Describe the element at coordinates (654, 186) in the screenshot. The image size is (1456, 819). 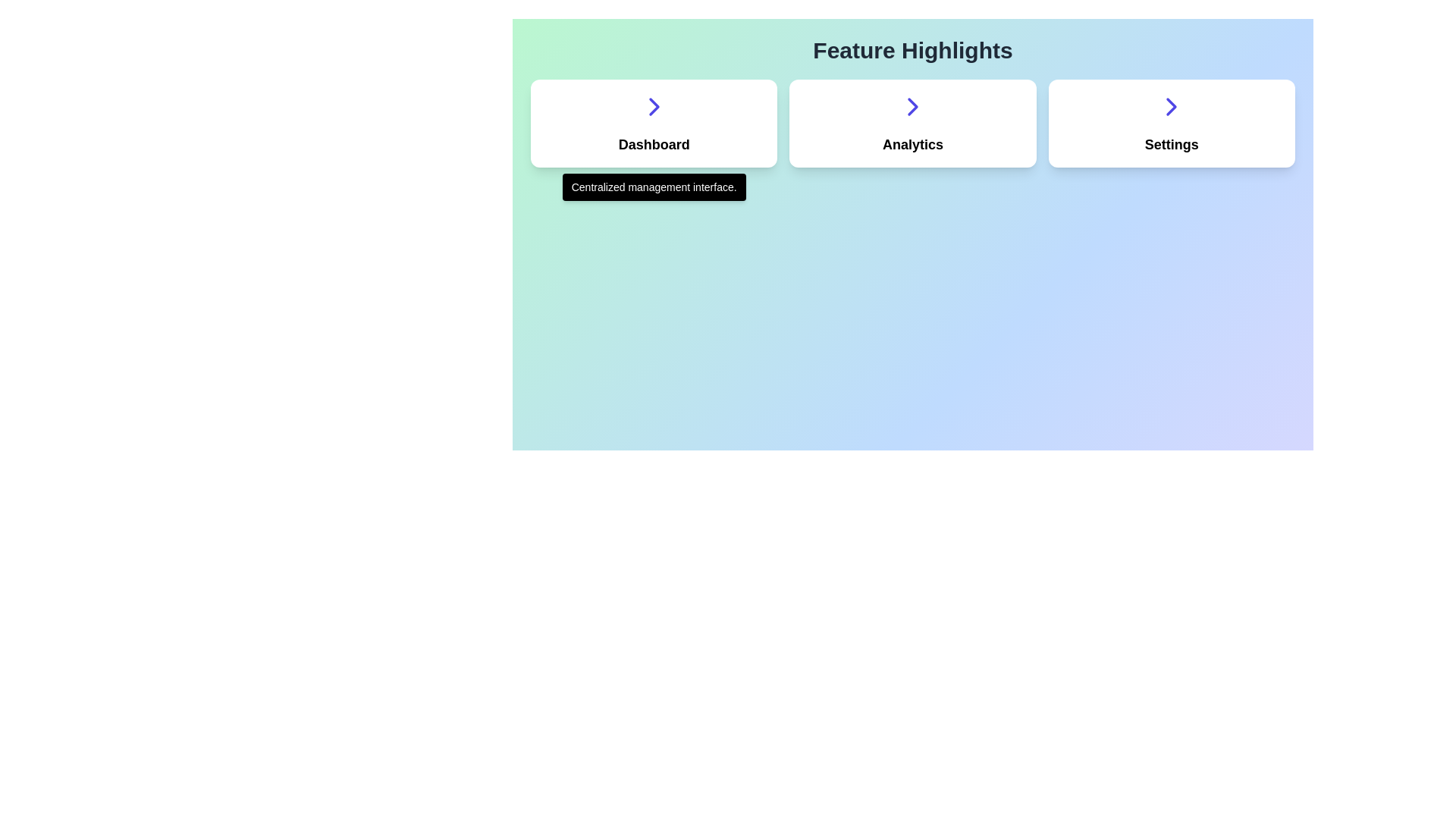
I see `the tooltip that states 'Centralized management interface', which is a black rectangular box with white text, located below the 'Dashboard' card in the 'Feature Highlights' section` at that location.